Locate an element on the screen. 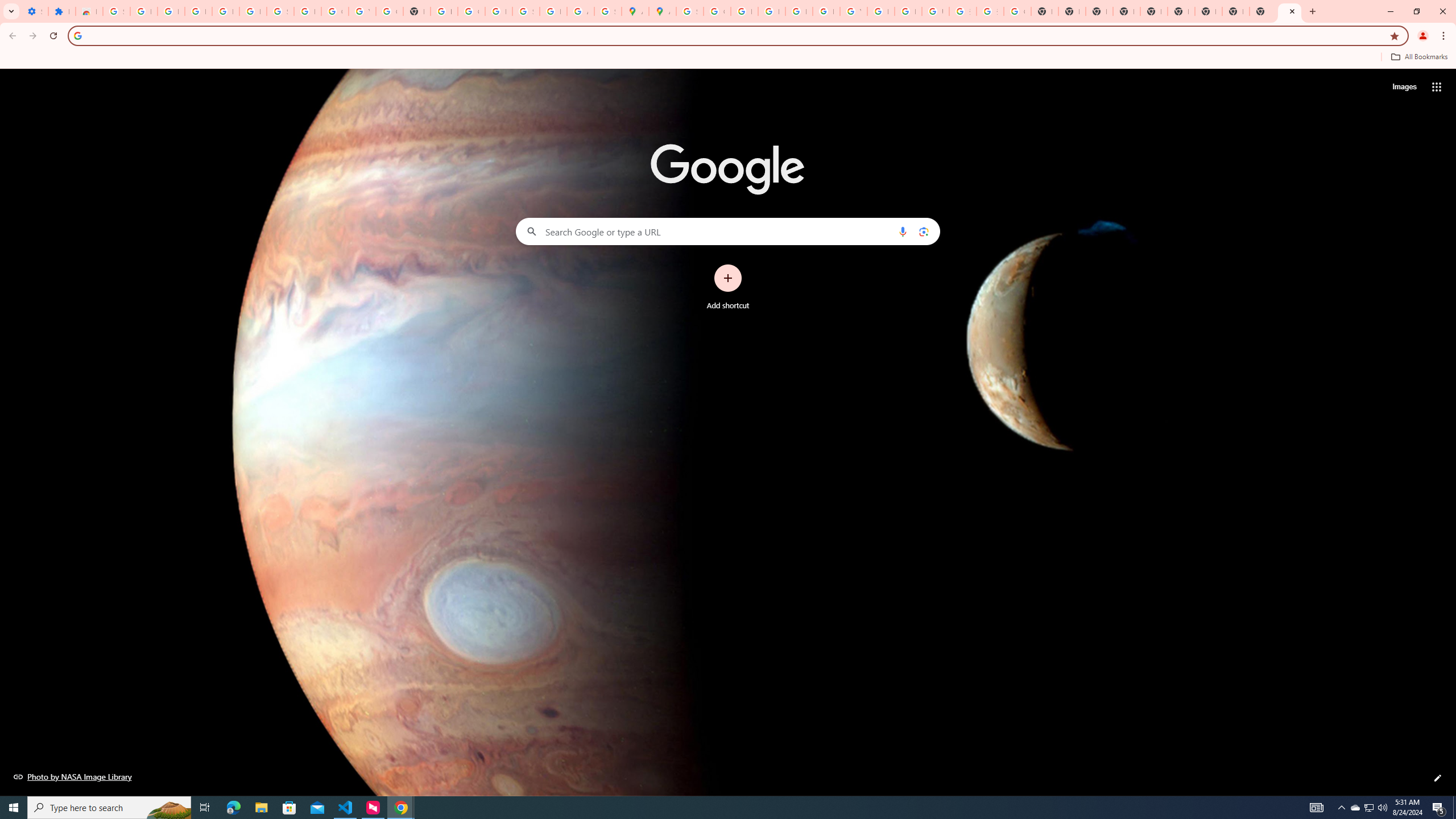  'Delete photos & videos - Computer - Google Photos Help' is located at coordinates (197, 11).